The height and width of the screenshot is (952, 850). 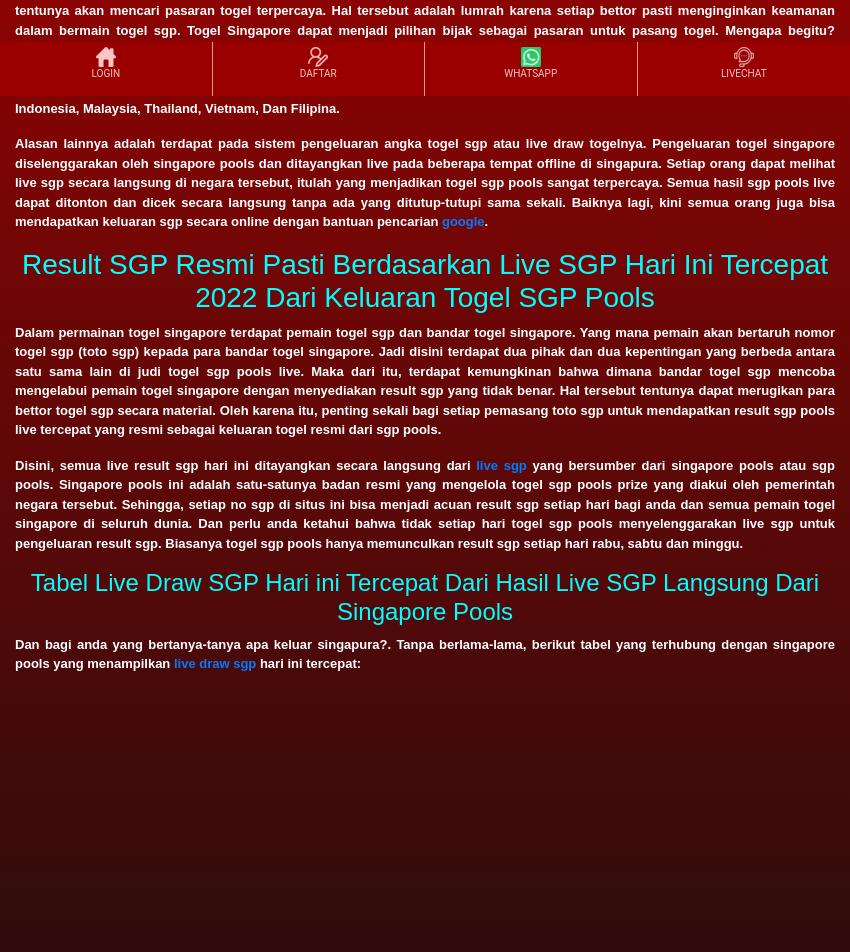 I want to click on 'yang bersumber dari singapore pools atau sgp pools. Singapore pools ini adalah satu-satunya badan resmi yang mengelola togel sgp pools prize yang diakui oleh pemerintah negara tersebut. Sehingga, setiap no sgp di situs ini bisa menjadi acuan result sgp setiap hari bagi anda dan semua pemain togel singapore di seluruh dunia. Dan perlu anda ketahui bahwa tidak setiap hari togel sgp pools menyelenggarakan live sgp untuk pengeluaran result sgp. Biasanya togel sgp pools hanya memunculkan result sgp setiap hari rabu, sabtu dan minggu.', so click(x=425, y=503).